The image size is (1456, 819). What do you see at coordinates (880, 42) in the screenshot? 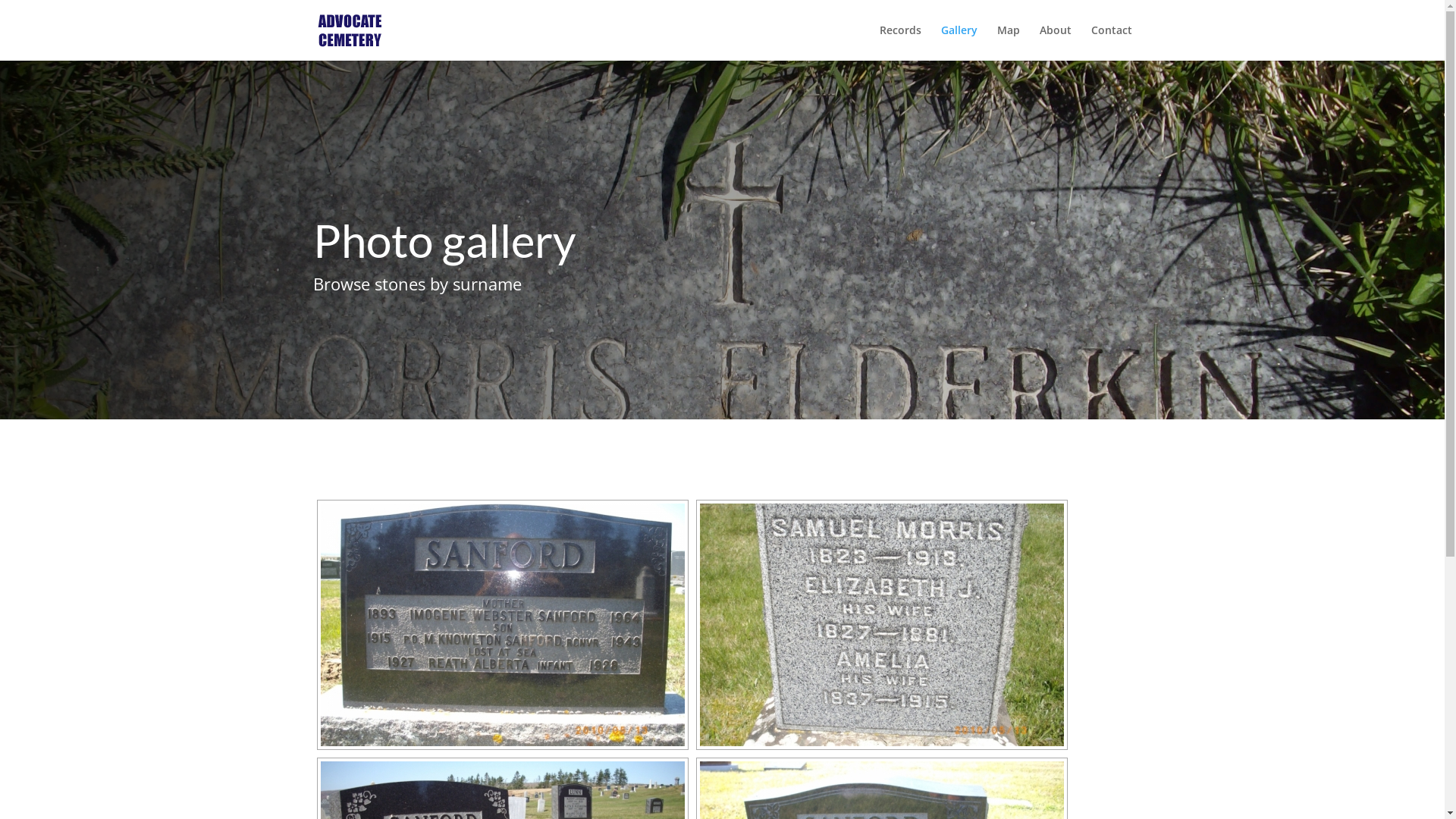
I see `'Records'` at bounding box center [880, 42].